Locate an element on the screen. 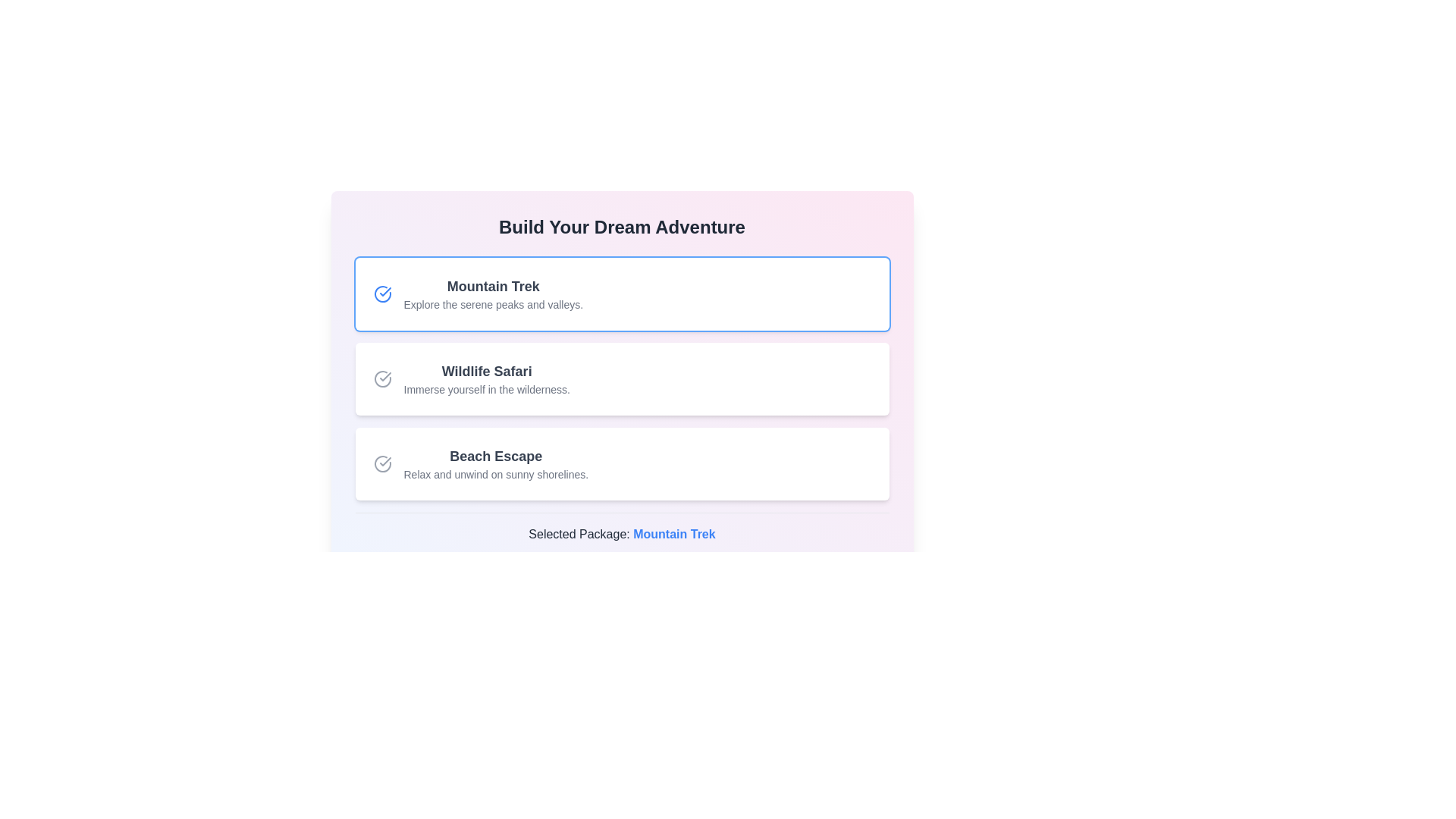 The height and width of the screenshot is (819, 1456). text displayed in the Text Display element that shows information about the selected package, specifically the highlighted package name 'Mountain Trek' is located at coordinates (622, 534).